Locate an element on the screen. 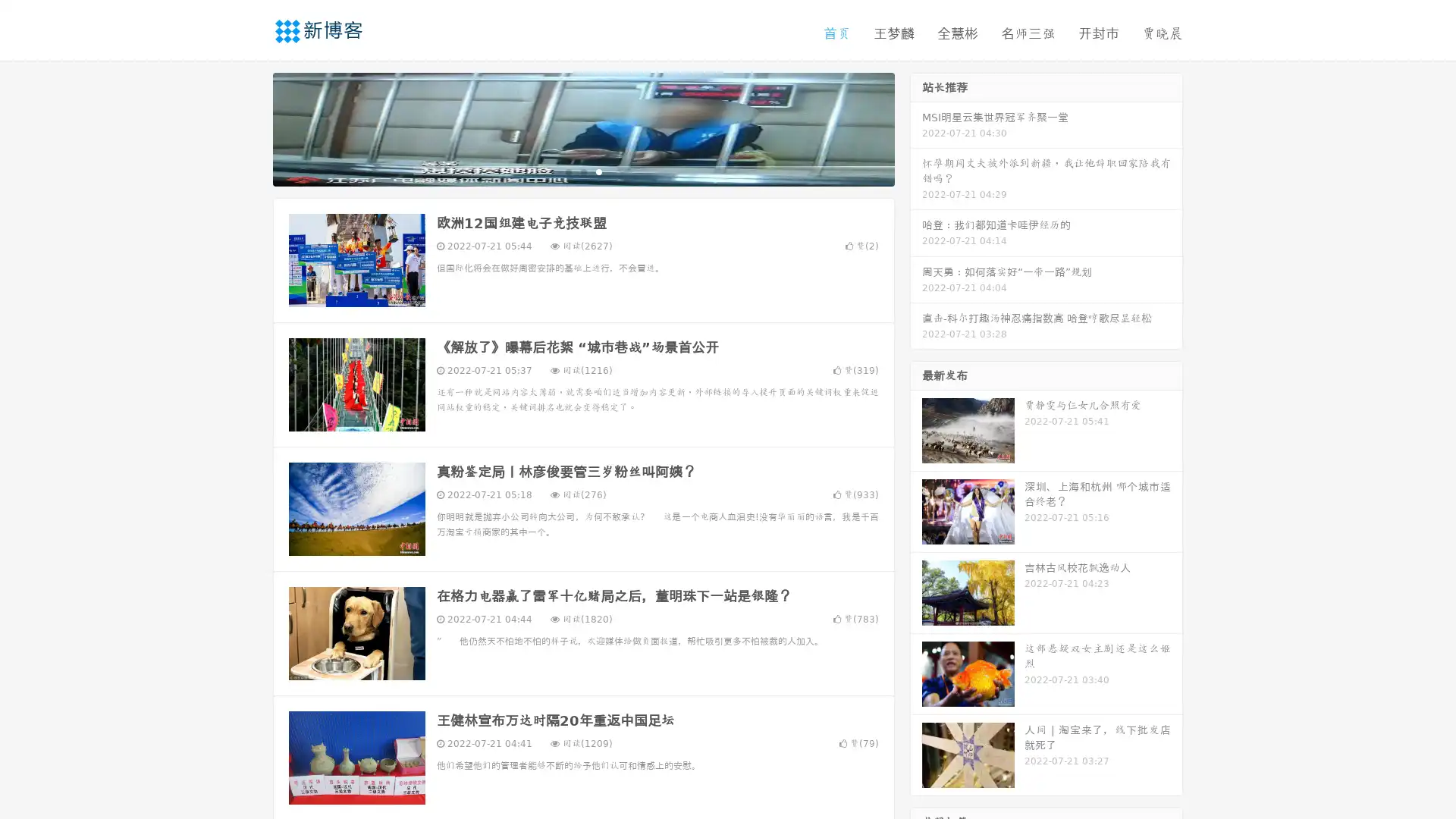  Go to slide 2 is located at coordinates (582, 171).